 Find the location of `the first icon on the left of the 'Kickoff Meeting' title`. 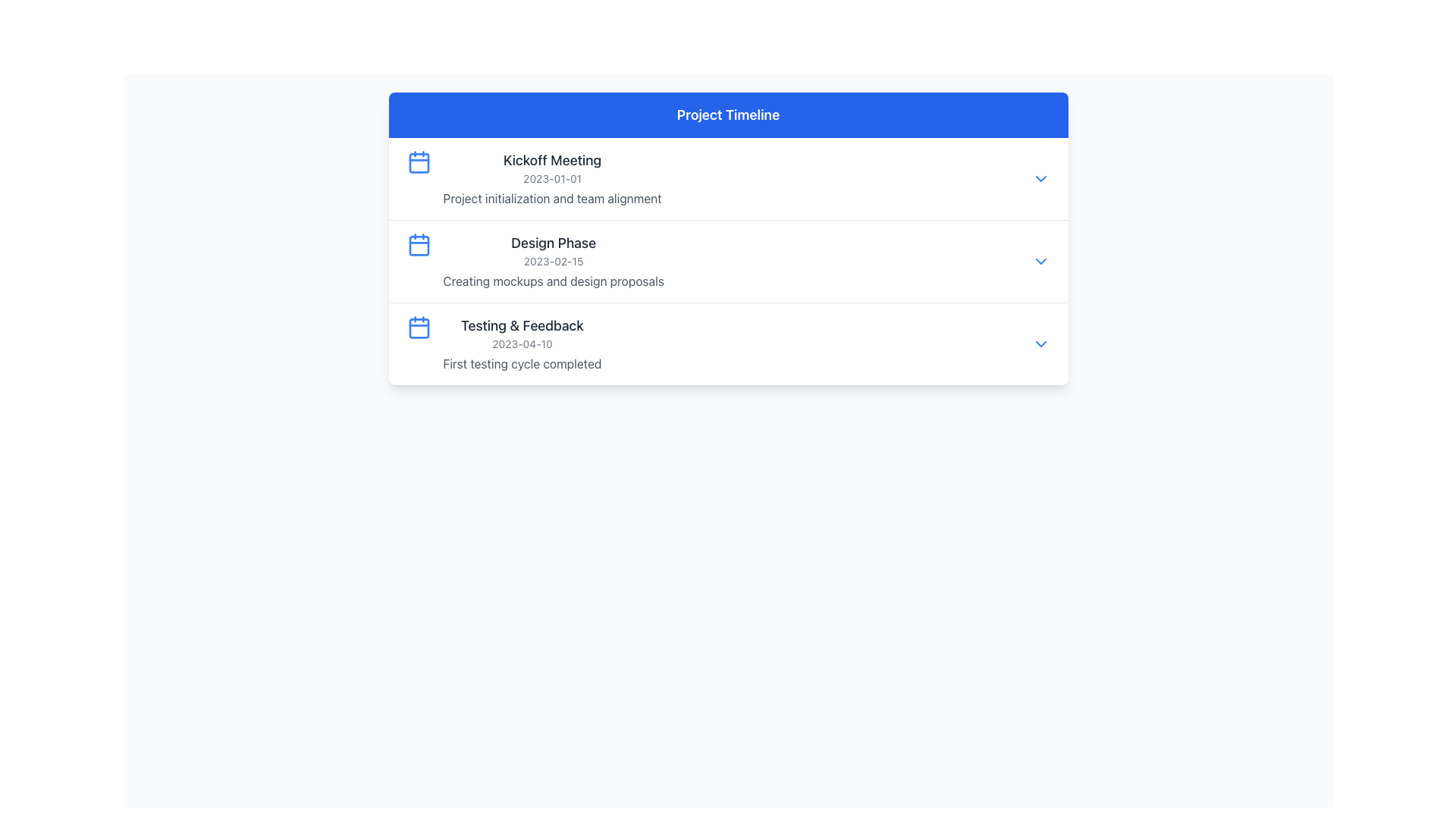

the first icon on the left of the 'Kickoff Meeting' title is located at coordinates (419, 162).